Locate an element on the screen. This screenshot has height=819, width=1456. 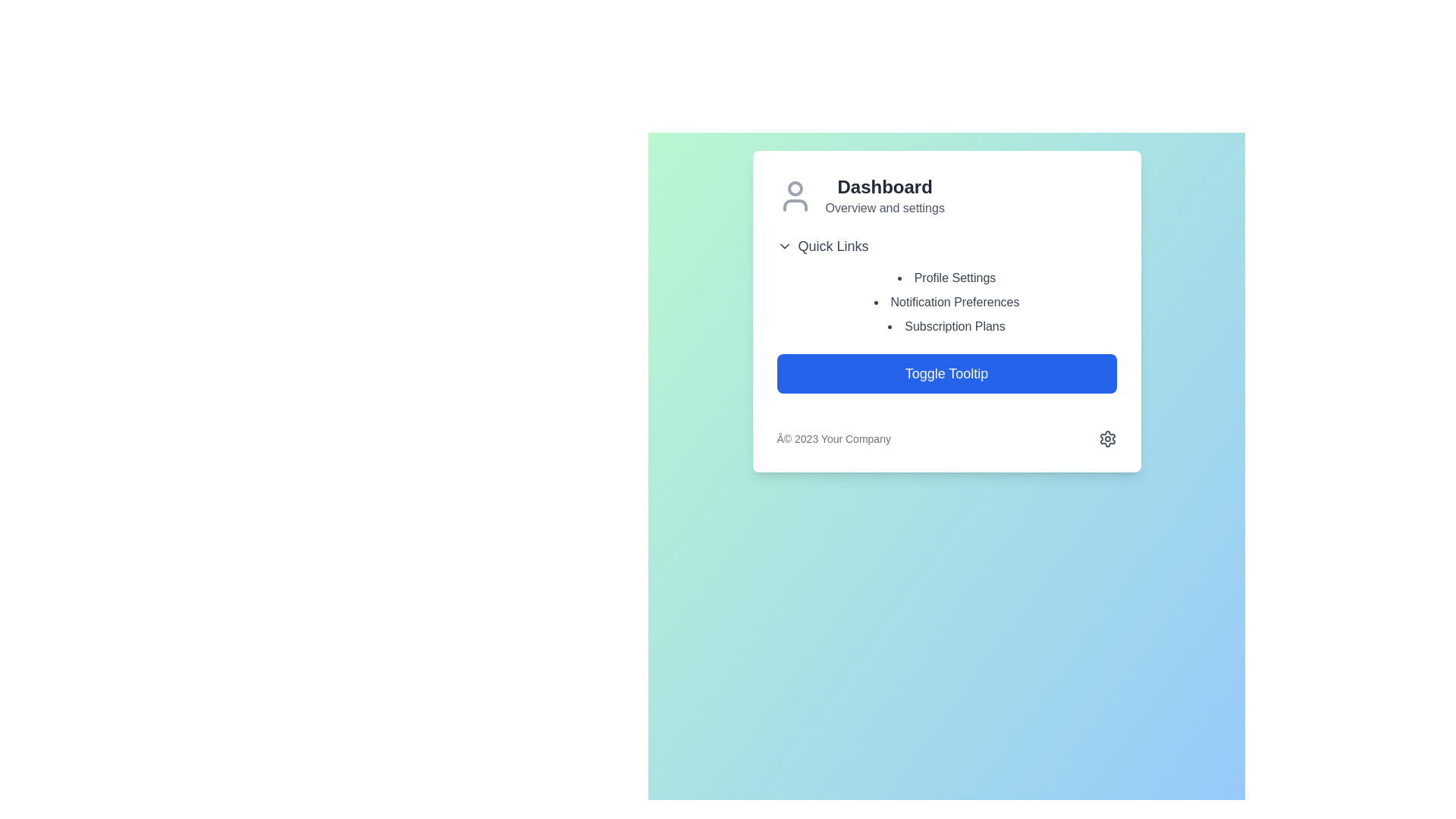
the text label reading '© 2023 Your Company' located in the footer section of the interface is located at coordinates (833, 438).